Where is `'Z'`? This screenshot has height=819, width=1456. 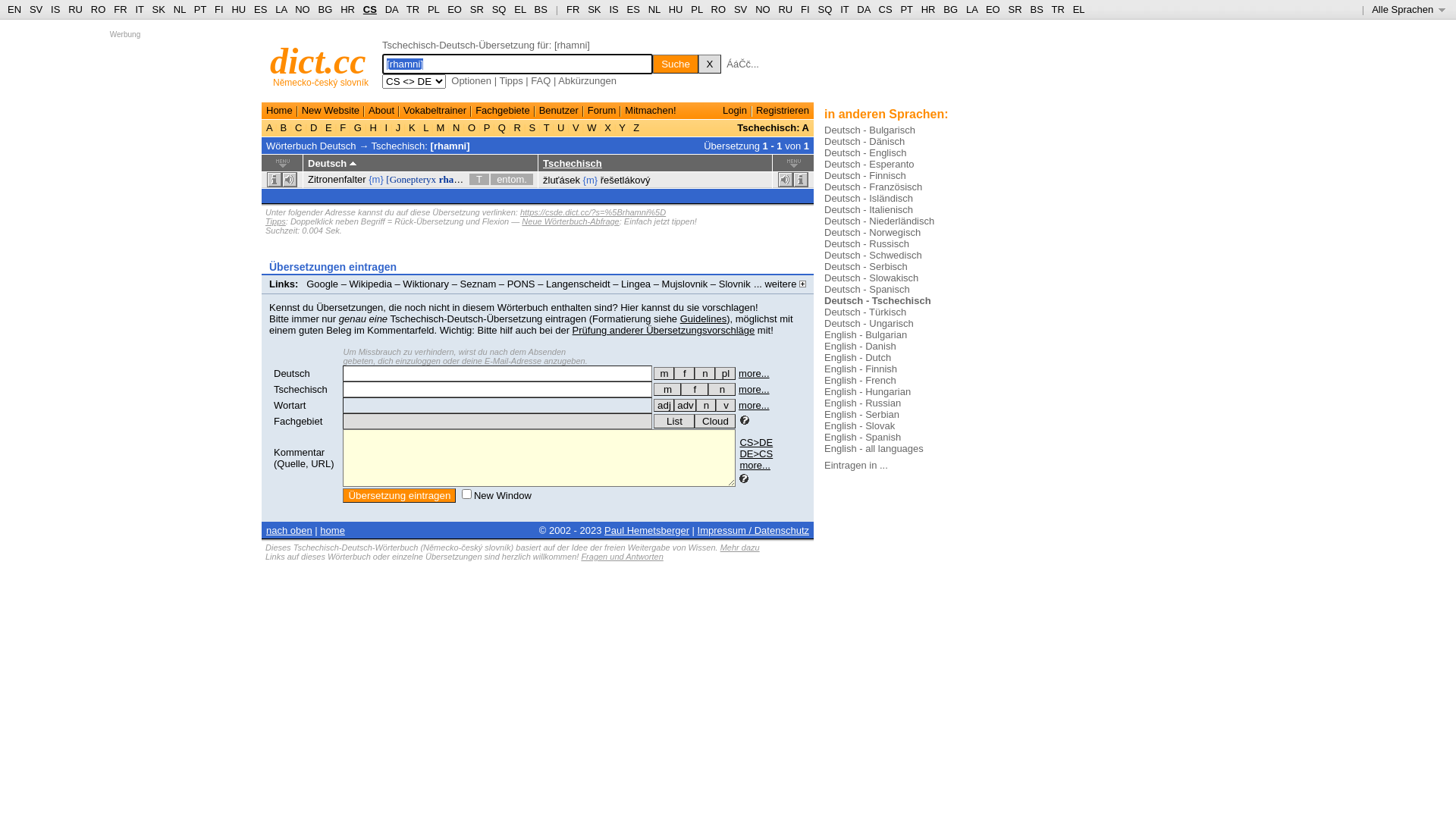
'Z' is located at coordinates (636, 127).